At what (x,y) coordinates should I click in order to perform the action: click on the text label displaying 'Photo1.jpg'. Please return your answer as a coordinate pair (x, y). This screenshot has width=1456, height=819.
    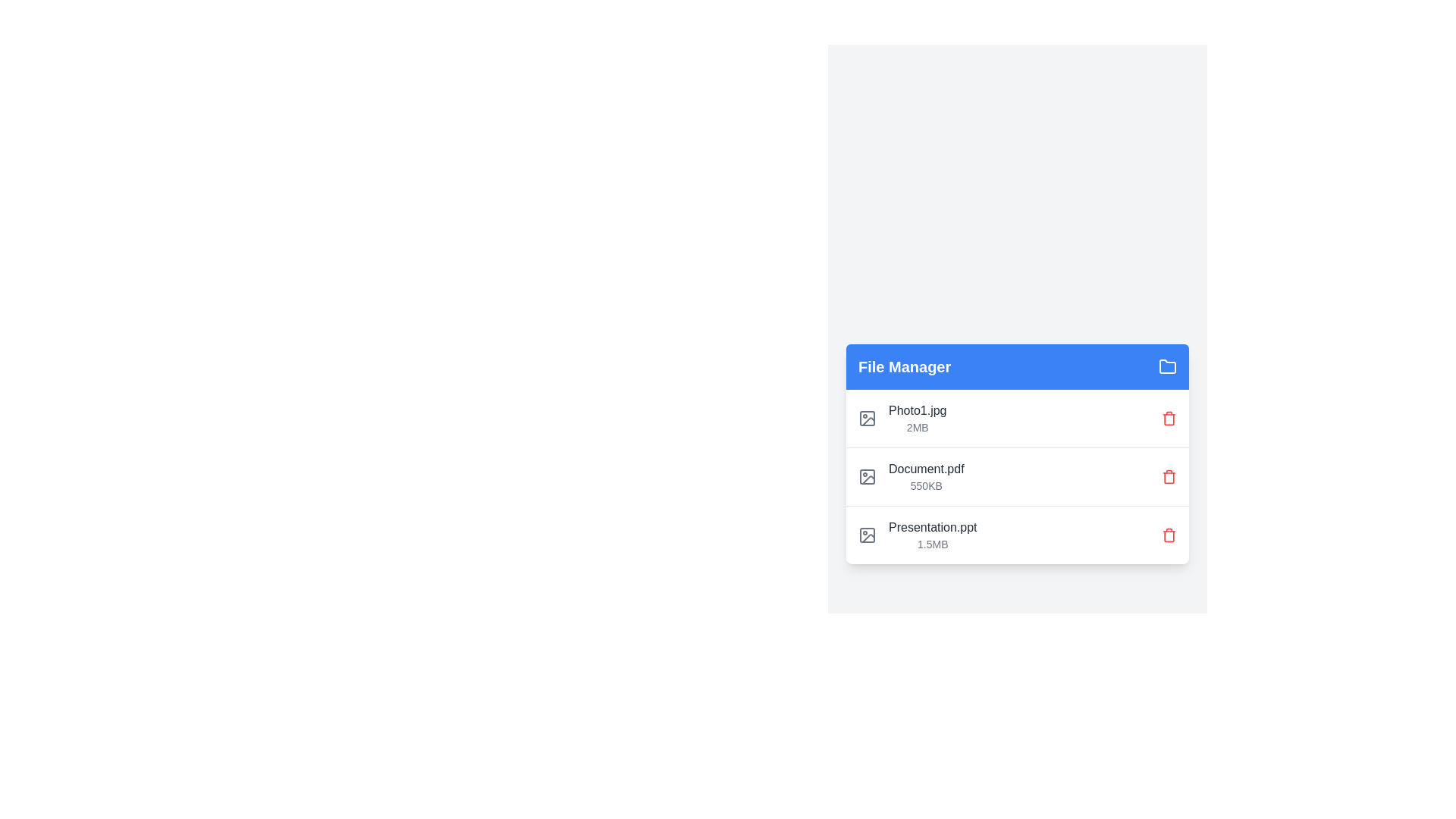
    Looking at the image, I should click on (917, 418).